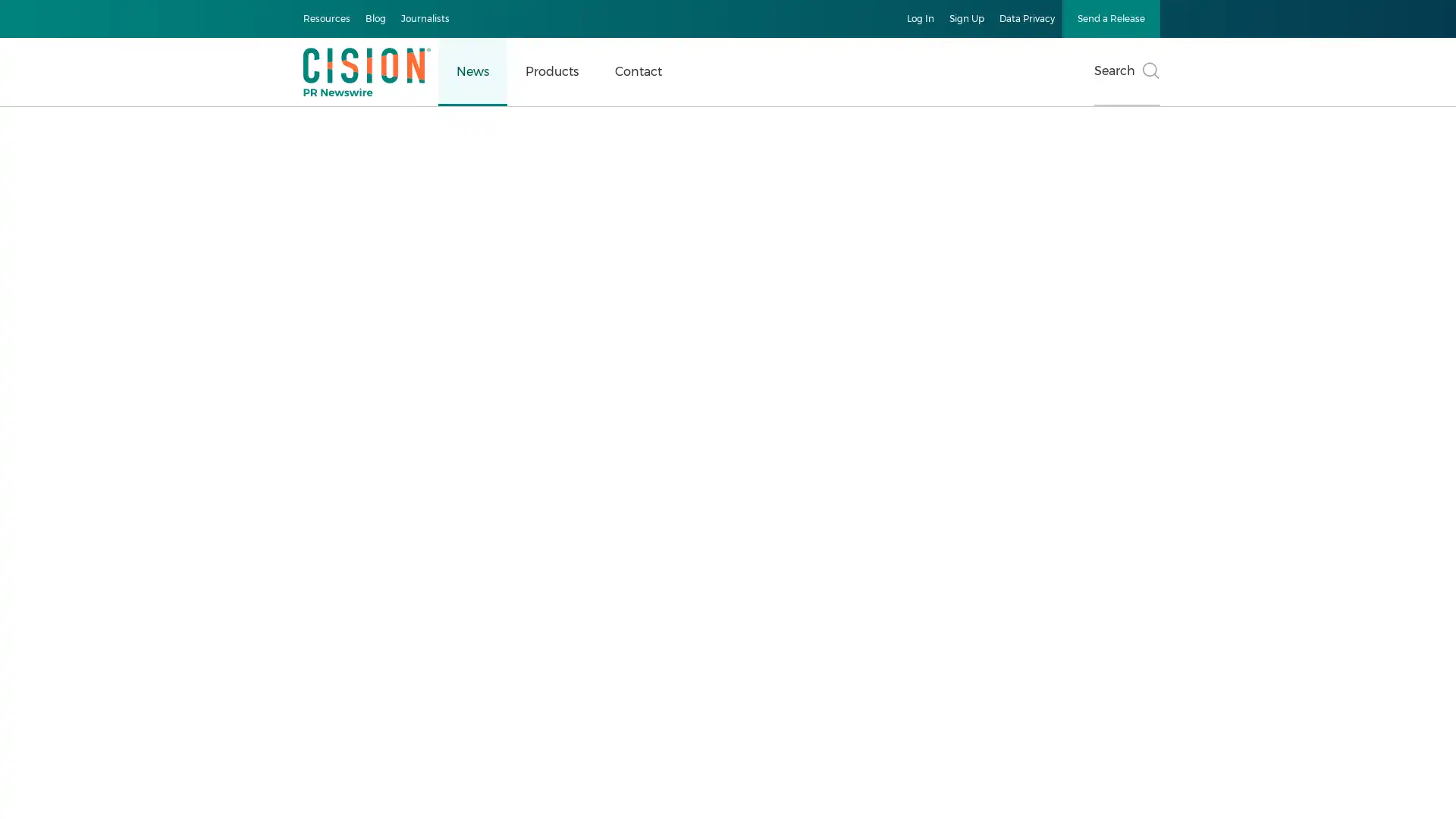  I want to click on Manage Preferences, so click(666, 192).